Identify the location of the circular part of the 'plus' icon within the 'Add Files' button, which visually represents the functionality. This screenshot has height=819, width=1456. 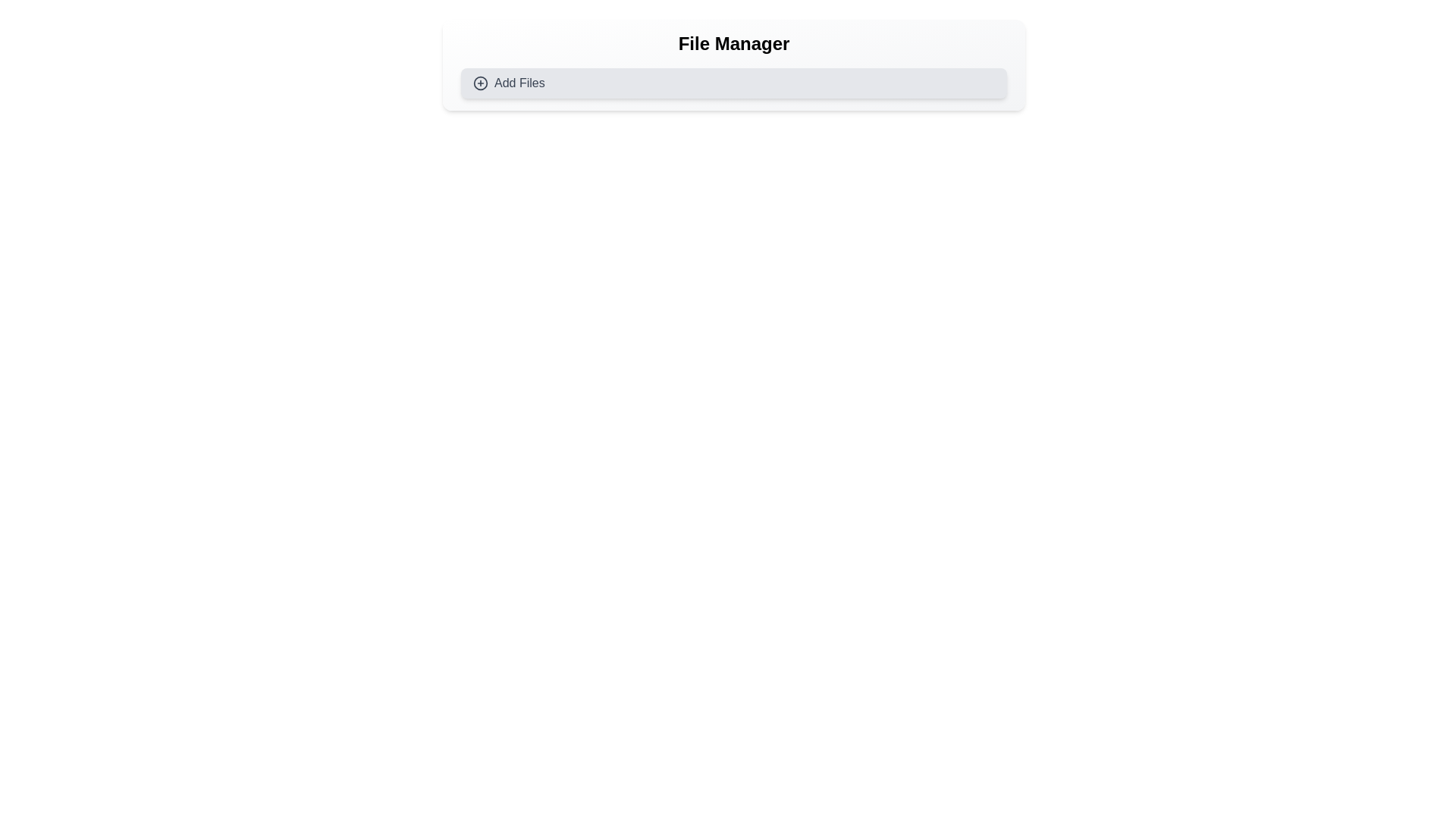
(479, 83).